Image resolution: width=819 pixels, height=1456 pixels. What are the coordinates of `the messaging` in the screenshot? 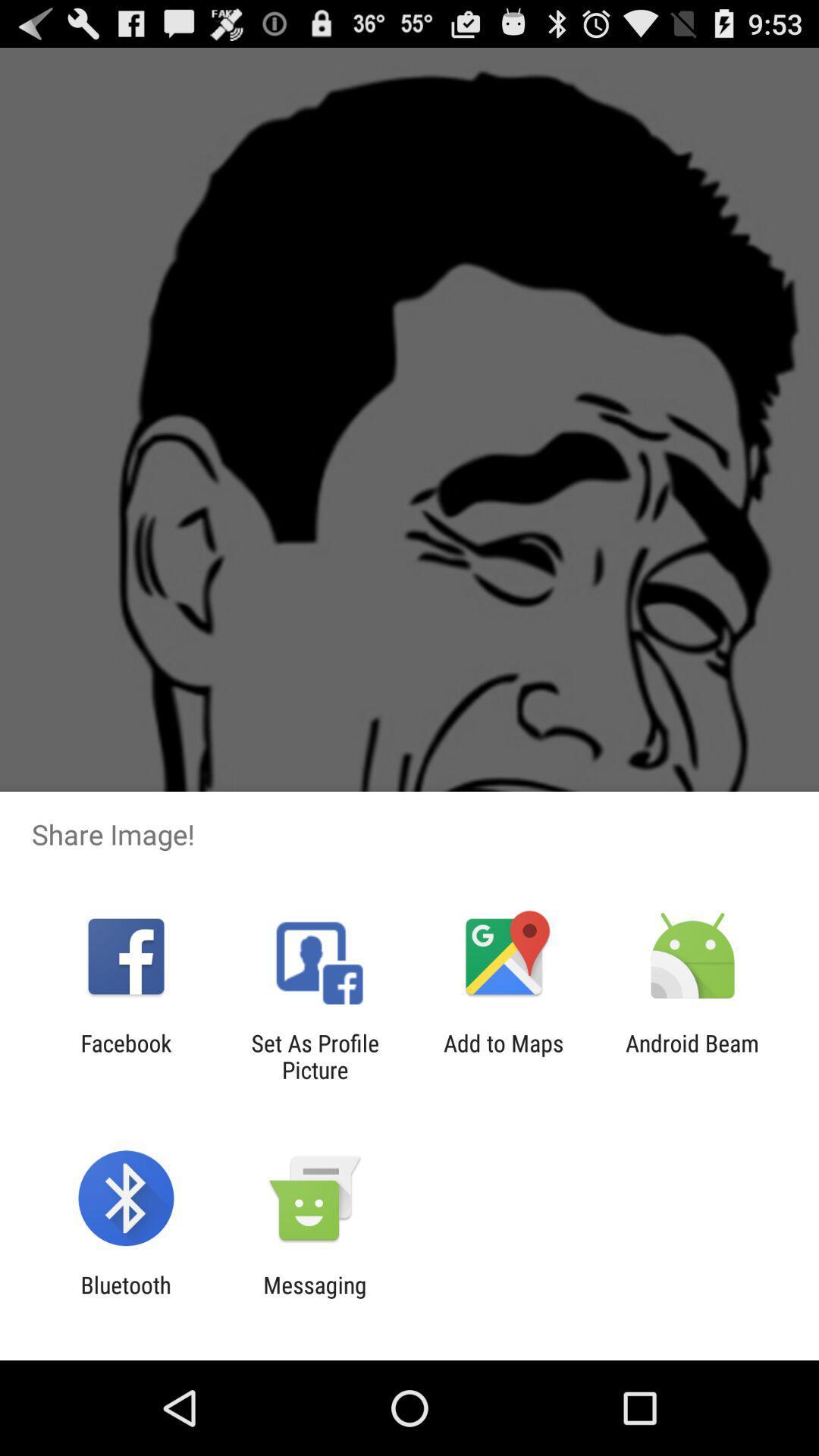 It's located at (314, 1298).